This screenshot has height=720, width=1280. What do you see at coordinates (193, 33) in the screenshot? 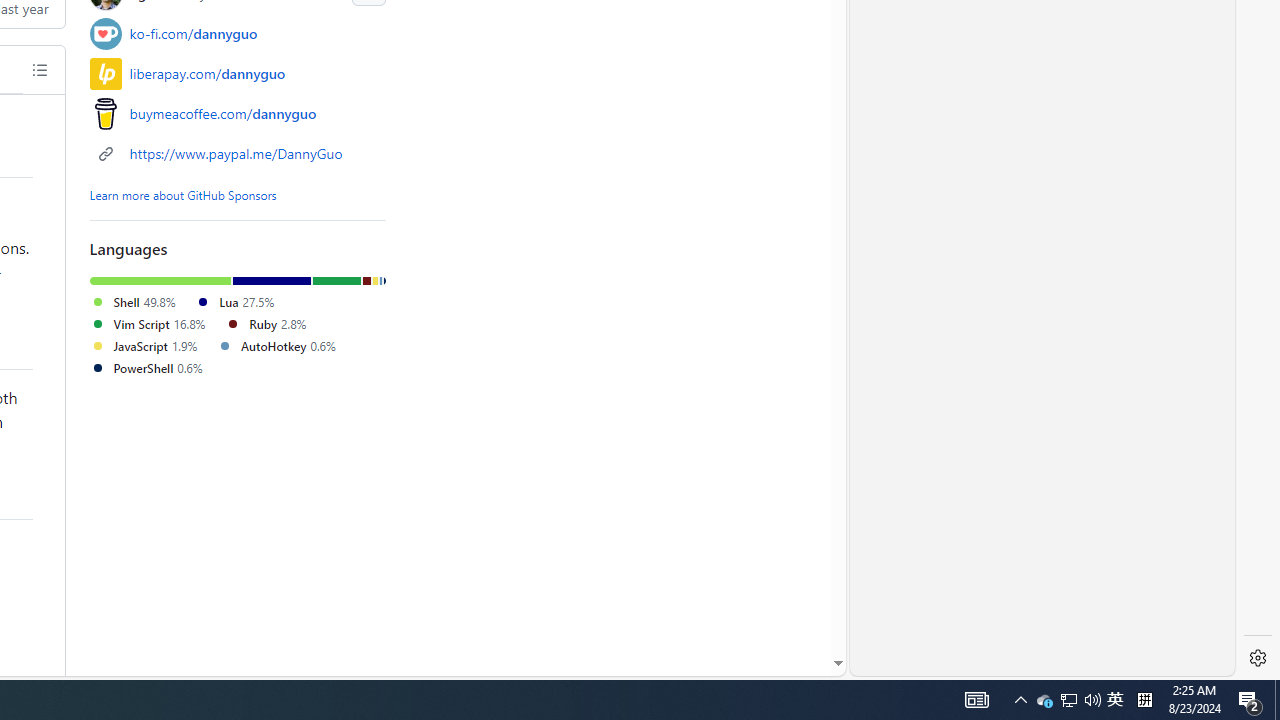
I see `'ko-fi.com/dannyguo'` at bounding box center [193, 33].